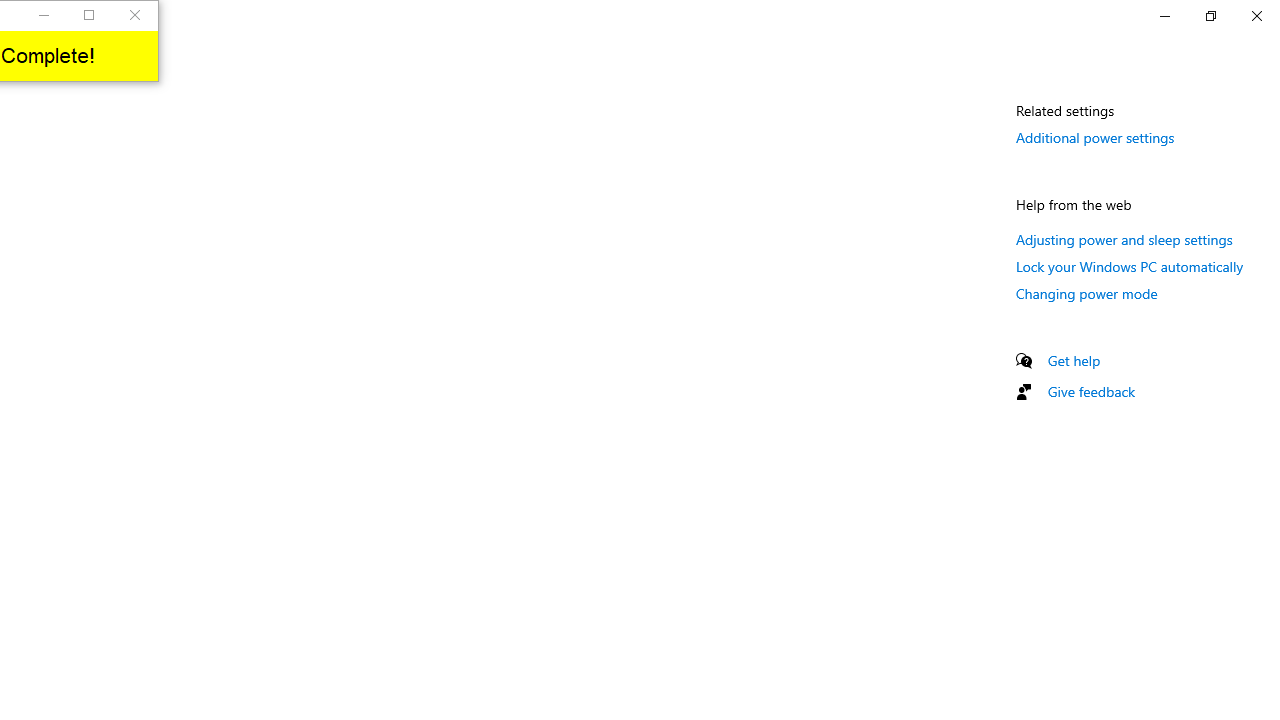 The image size is (1280, 720). What do you see at coordinates (1209, 15) in the screenshot?
I see `'Restore Settings'` at bounding box center [1209, 15].